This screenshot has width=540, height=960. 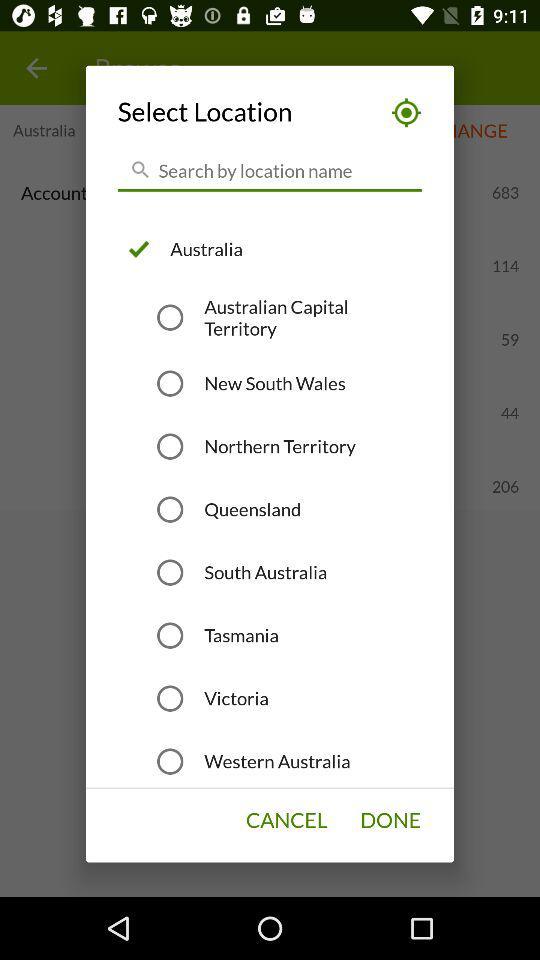 I want to click on icon above victoria icon, so click(x=241, y=634).